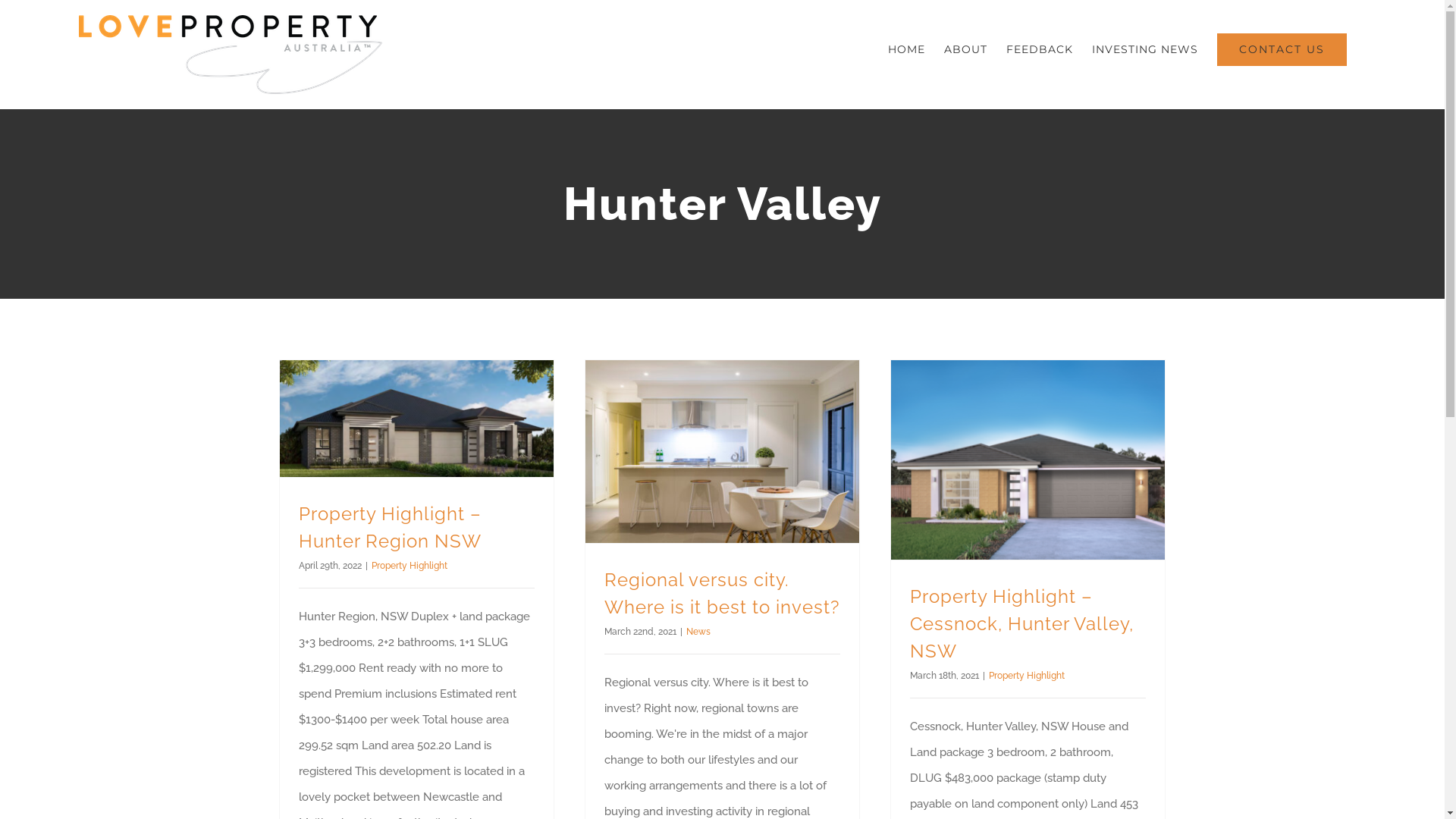 The image size is (1456, 819). Describe the element at coordinates (906, 49) in the screenshot. I see `'HOME'` at that location.